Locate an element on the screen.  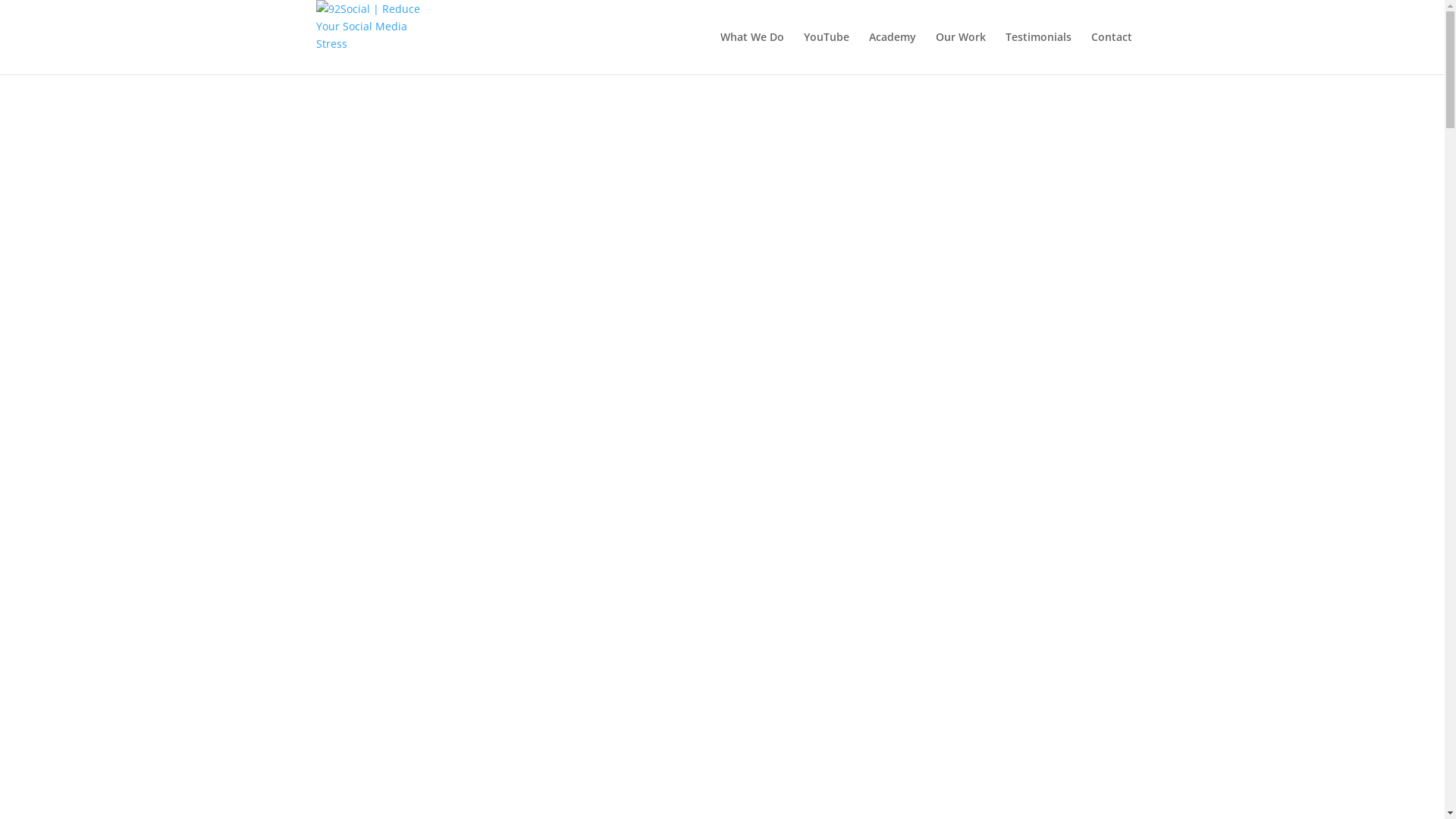
'What We Do' is located at coordinates (752, 52).